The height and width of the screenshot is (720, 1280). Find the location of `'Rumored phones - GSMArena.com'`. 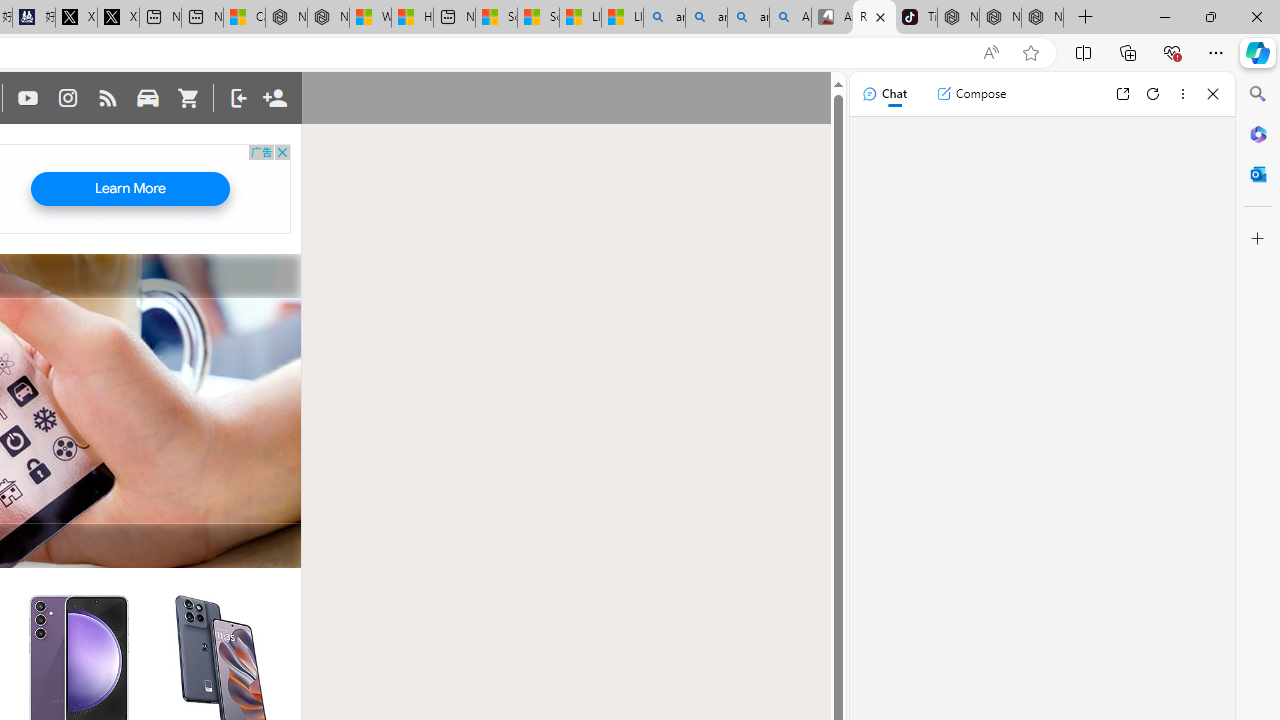

'Rumored phones - GSMArena.com' is located at coordinates (874, 17).